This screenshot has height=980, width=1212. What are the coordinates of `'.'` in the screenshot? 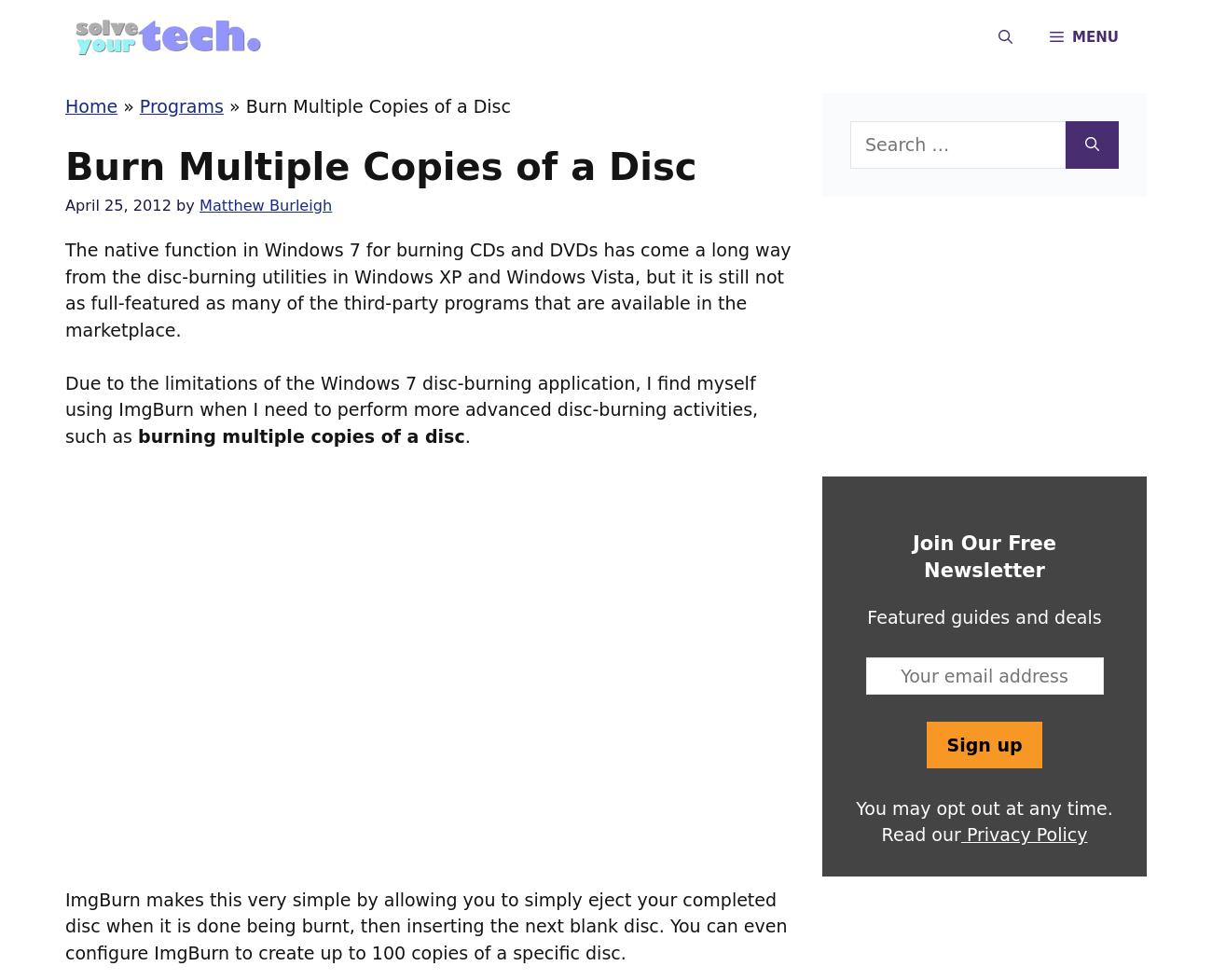 It's located at (464, 434).